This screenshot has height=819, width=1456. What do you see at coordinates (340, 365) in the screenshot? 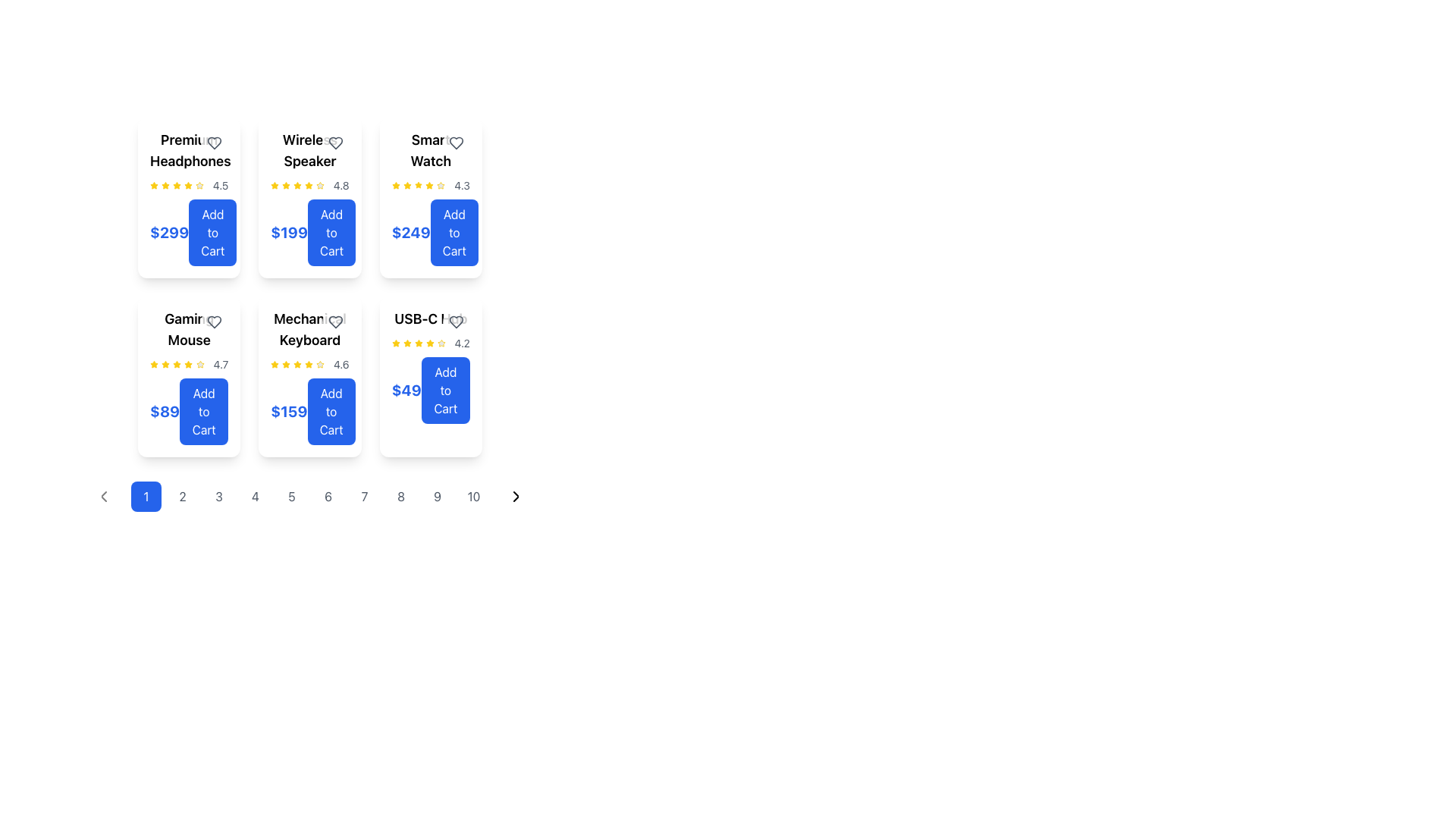
I see `the alignment of the average rating text label for the 'Mechanical Keyboard' product, which is located adjacent to the five-star icons` at bounding box center [340, 365].